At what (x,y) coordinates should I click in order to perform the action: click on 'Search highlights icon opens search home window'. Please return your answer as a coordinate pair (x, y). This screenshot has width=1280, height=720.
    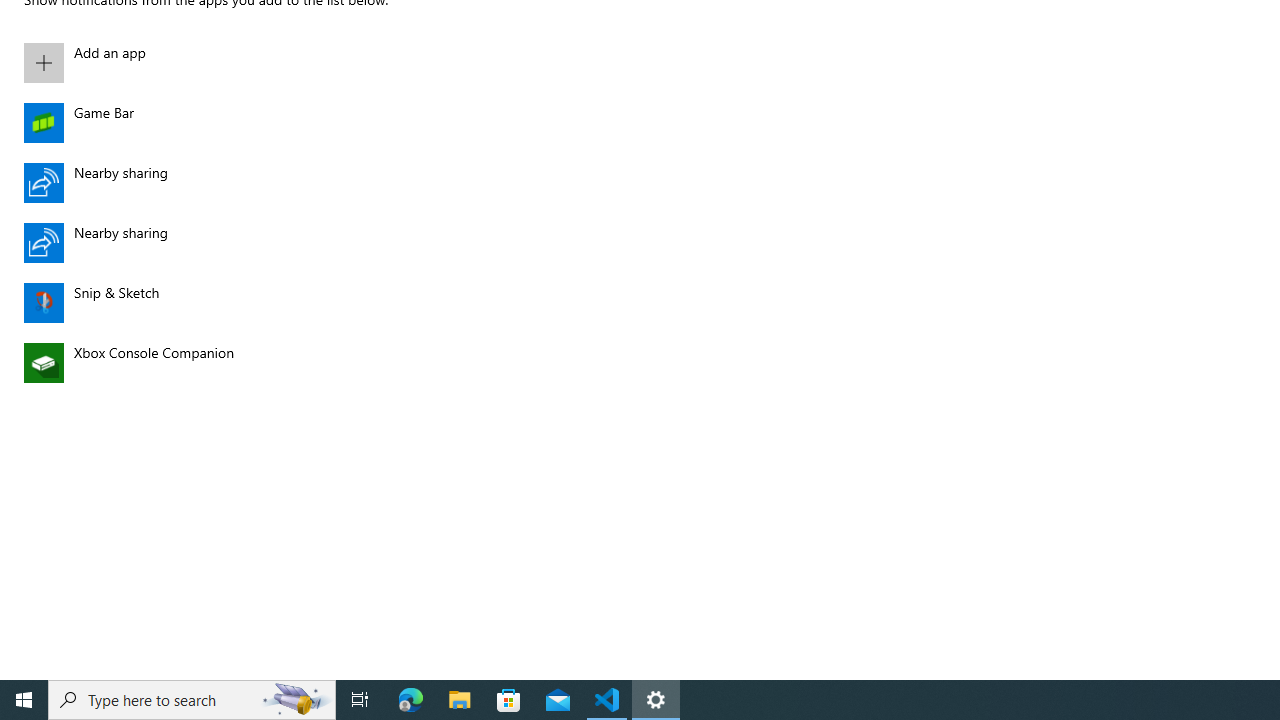
    Looking at the image, I should click on (294, 698).